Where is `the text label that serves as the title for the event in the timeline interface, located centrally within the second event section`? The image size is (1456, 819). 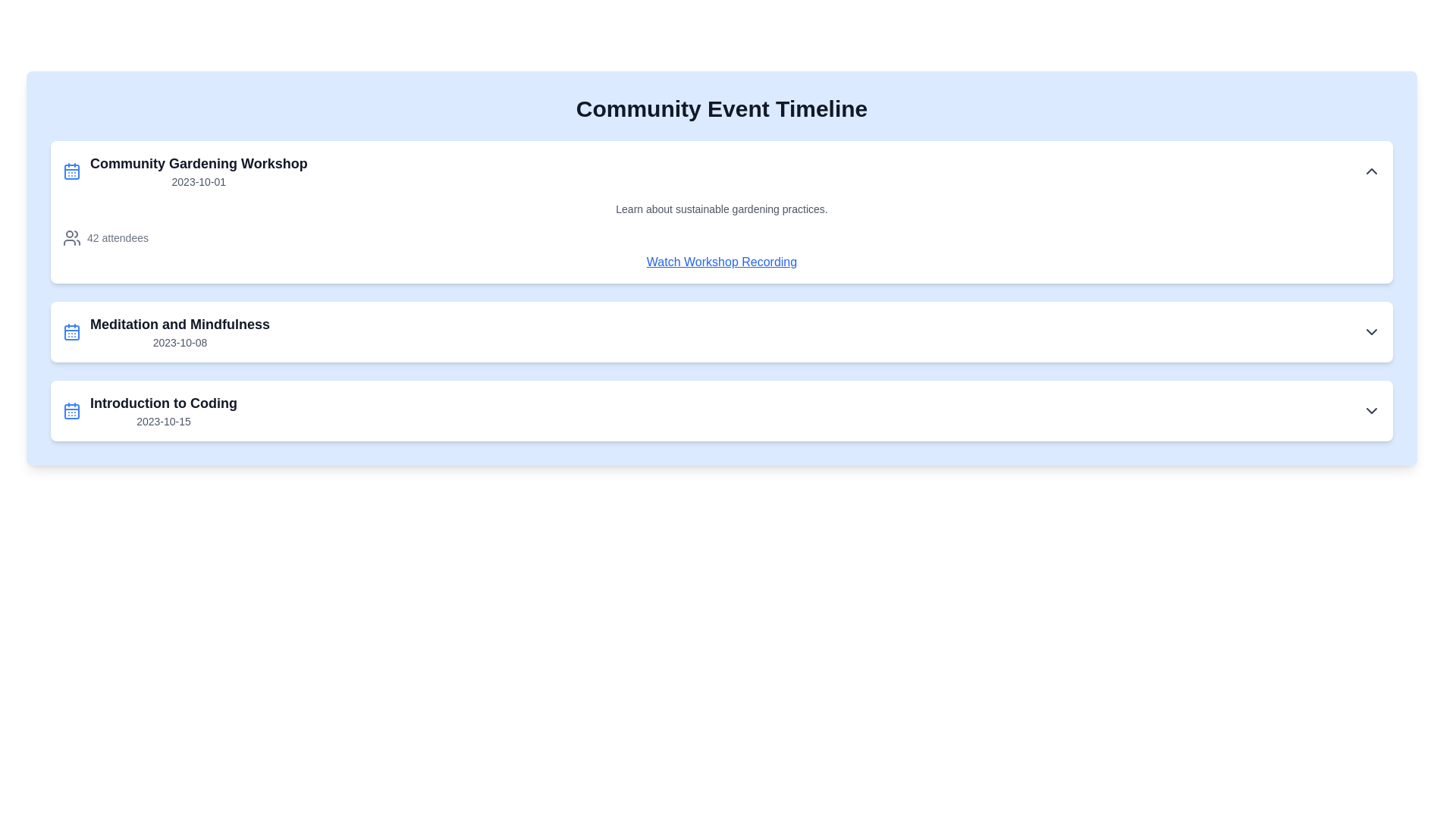 the text label that serves as the title for the event in the timeline interface, located centrally within the second event section is located at coordinates (180, 324).